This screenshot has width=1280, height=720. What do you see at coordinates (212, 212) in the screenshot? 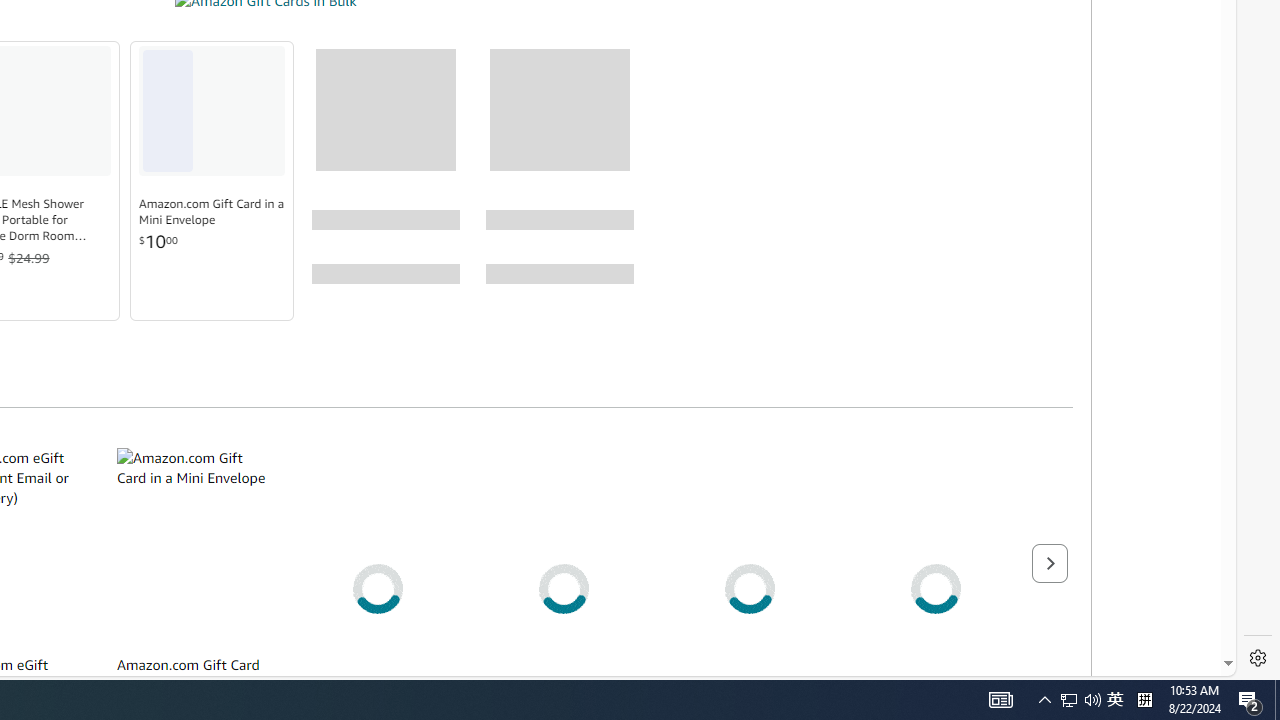
I see `'Amazon.com Gift Card in a Mini Envelope'` at bounding box center [212, 212].